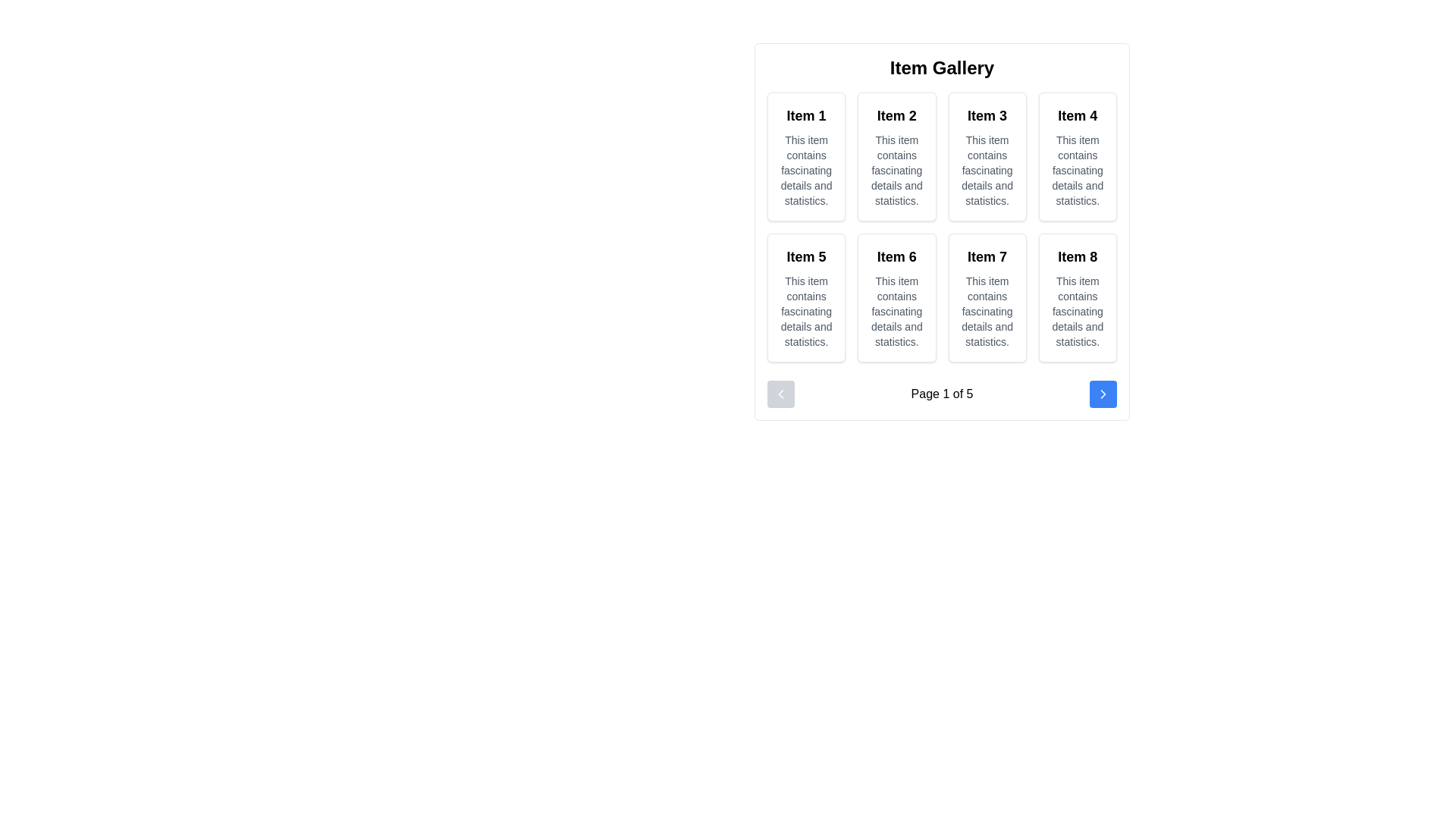 The image size is (1456, 819). What do you see at coordinates (1077, 256) in the screenshot?
I see `text label displaying 'Item 8' located at the top center of the last card in the second row, which is bold and in a larger font size` at bounding box center [1077, 256].